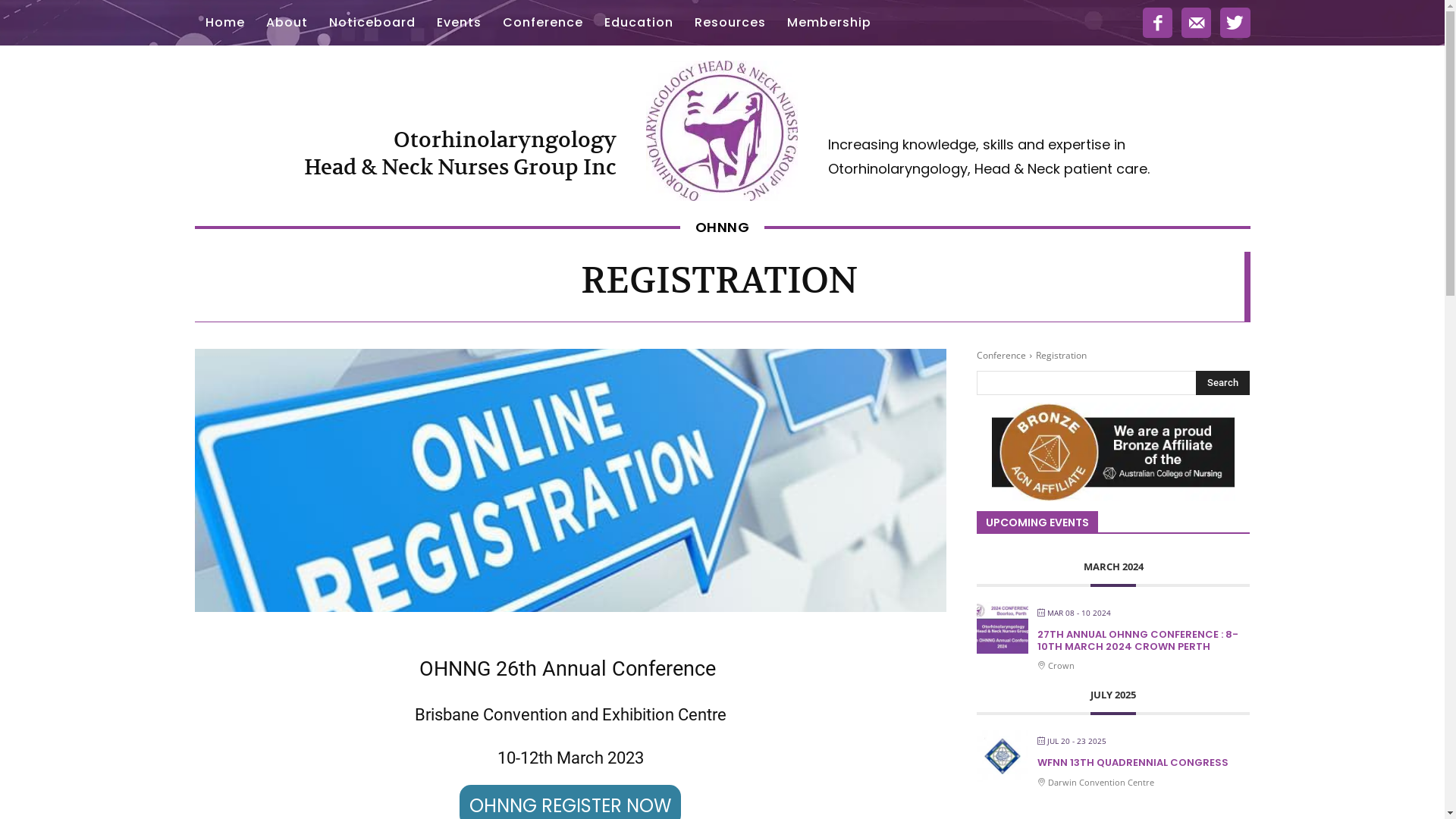 This screenshot has height=819, width=1456. Describe the element at coordinates (458, 23) in the screenshot. I see `'Events'` at that location.